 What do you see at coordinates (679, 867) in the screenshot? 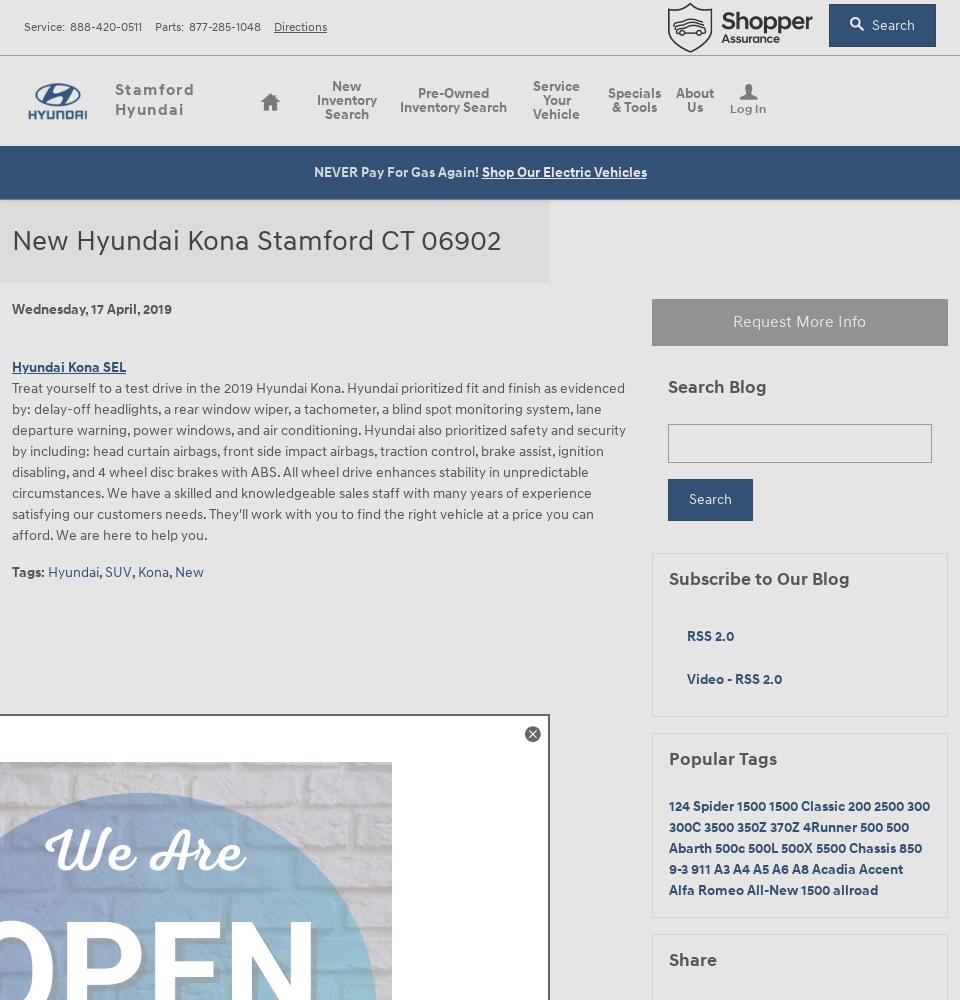
I see `'9-3'` at bounding box center [679, 867].